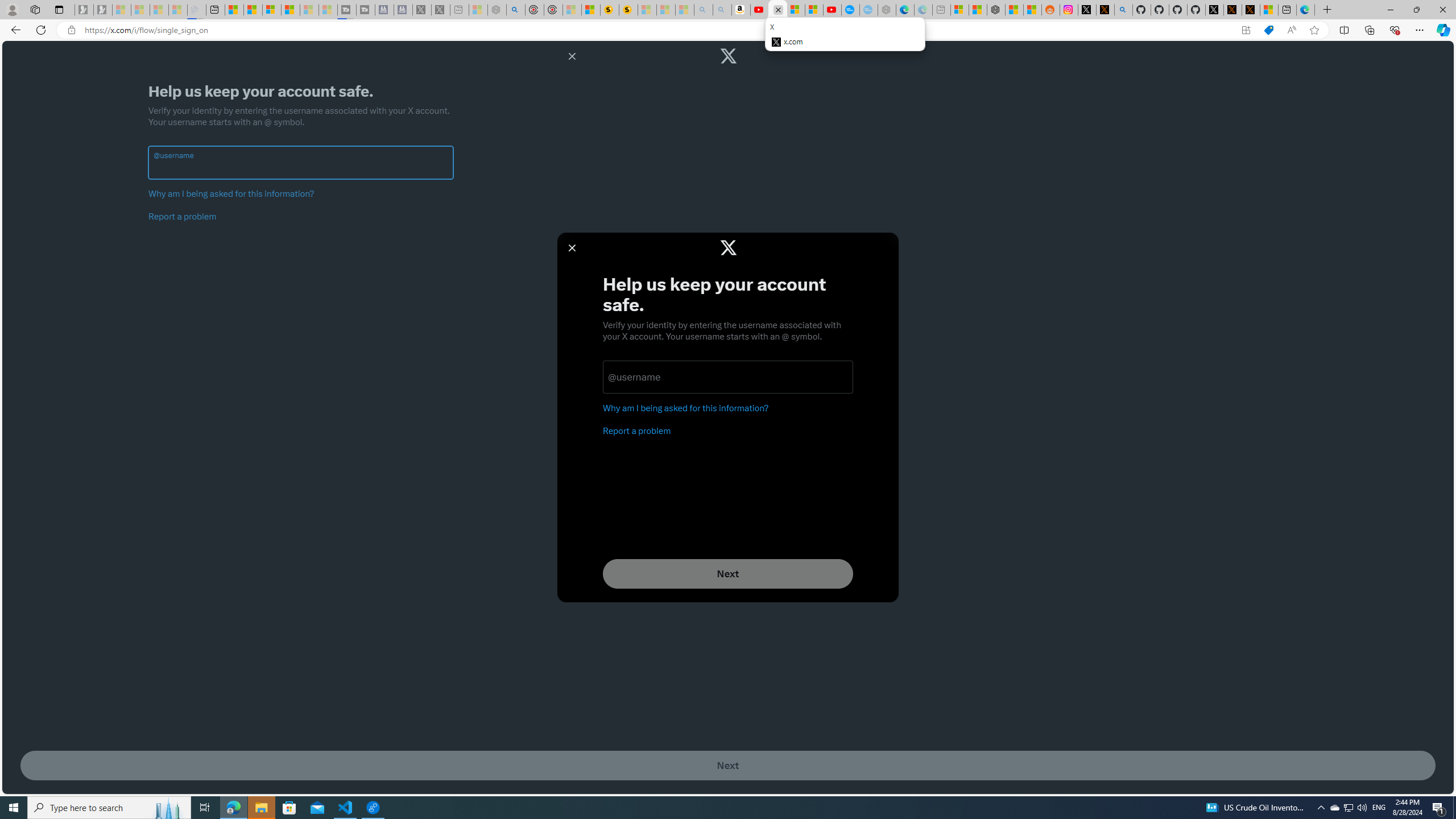 The height and width of the screenshot is (819, 1456). What do you see at coordinates (515, 9) in the screenshot?
I see `'poe - Search'` at bounding box center [515, 9].